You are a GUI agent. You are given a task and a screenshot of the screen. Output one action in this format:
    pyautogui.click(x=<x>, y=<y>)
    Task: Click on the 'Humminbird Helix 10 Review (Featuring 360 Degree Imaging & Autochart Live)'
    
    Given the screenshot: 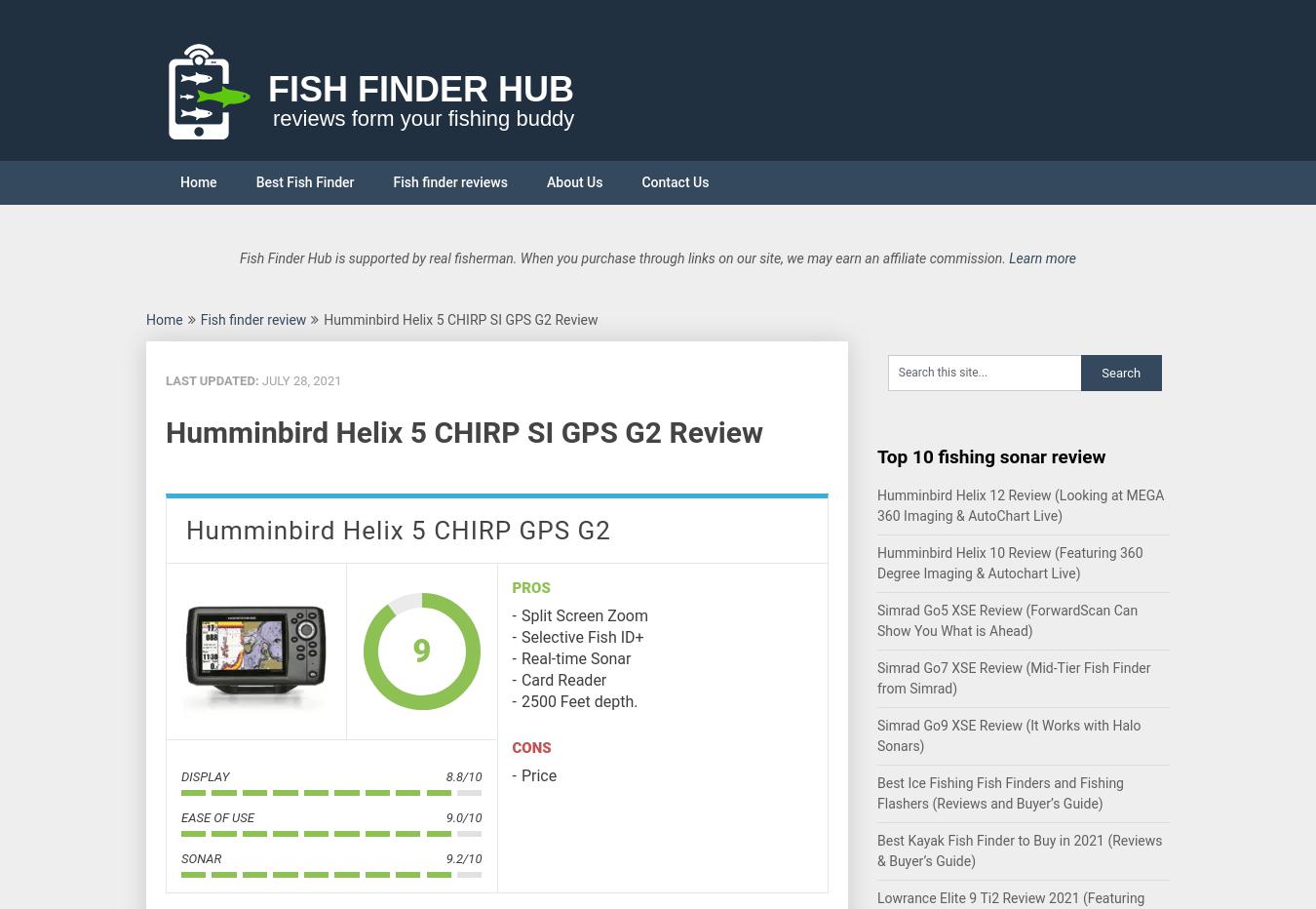 What is the action you would take?
    pyautogui.click(x=1009, y=563)
    